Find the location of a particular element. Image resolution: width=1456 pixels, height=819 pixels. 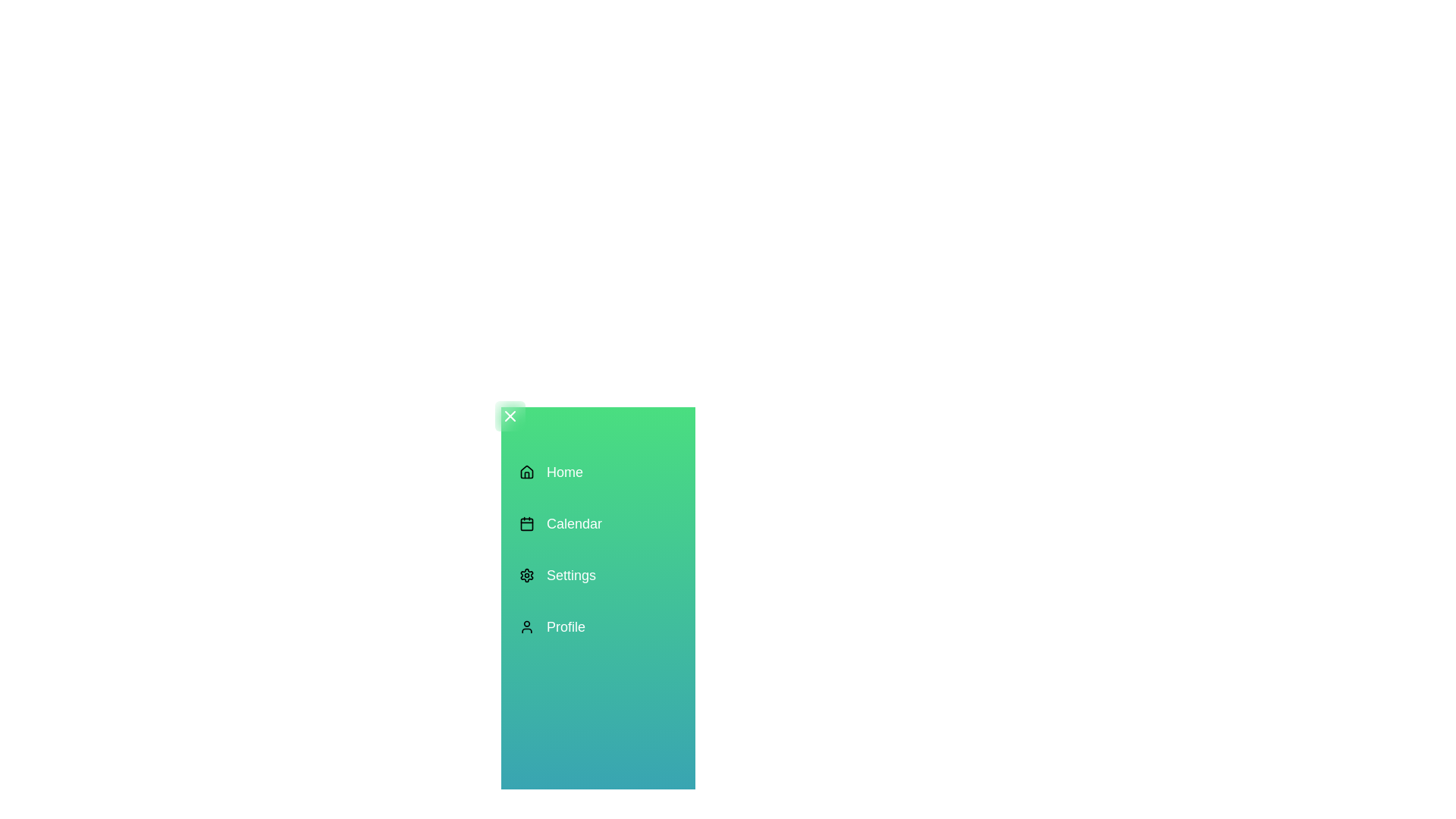

on the settings menu icon, which is the third option in the vertical menu located between the calendar icon and the profile icon is located at coordinates (527, 576).